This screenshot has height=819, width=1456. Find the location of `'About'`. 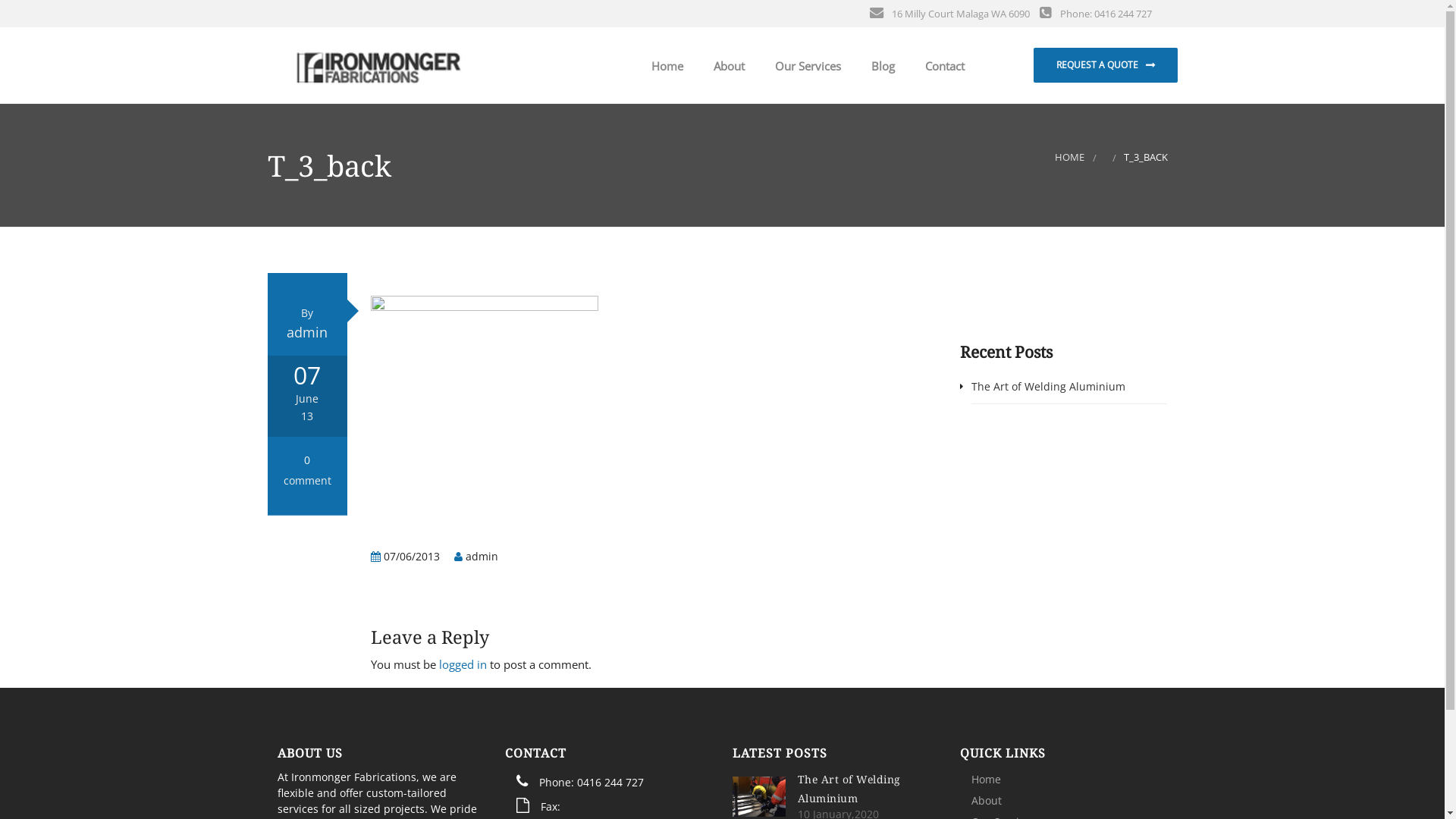

'About' is located at coordinates (986, 799).